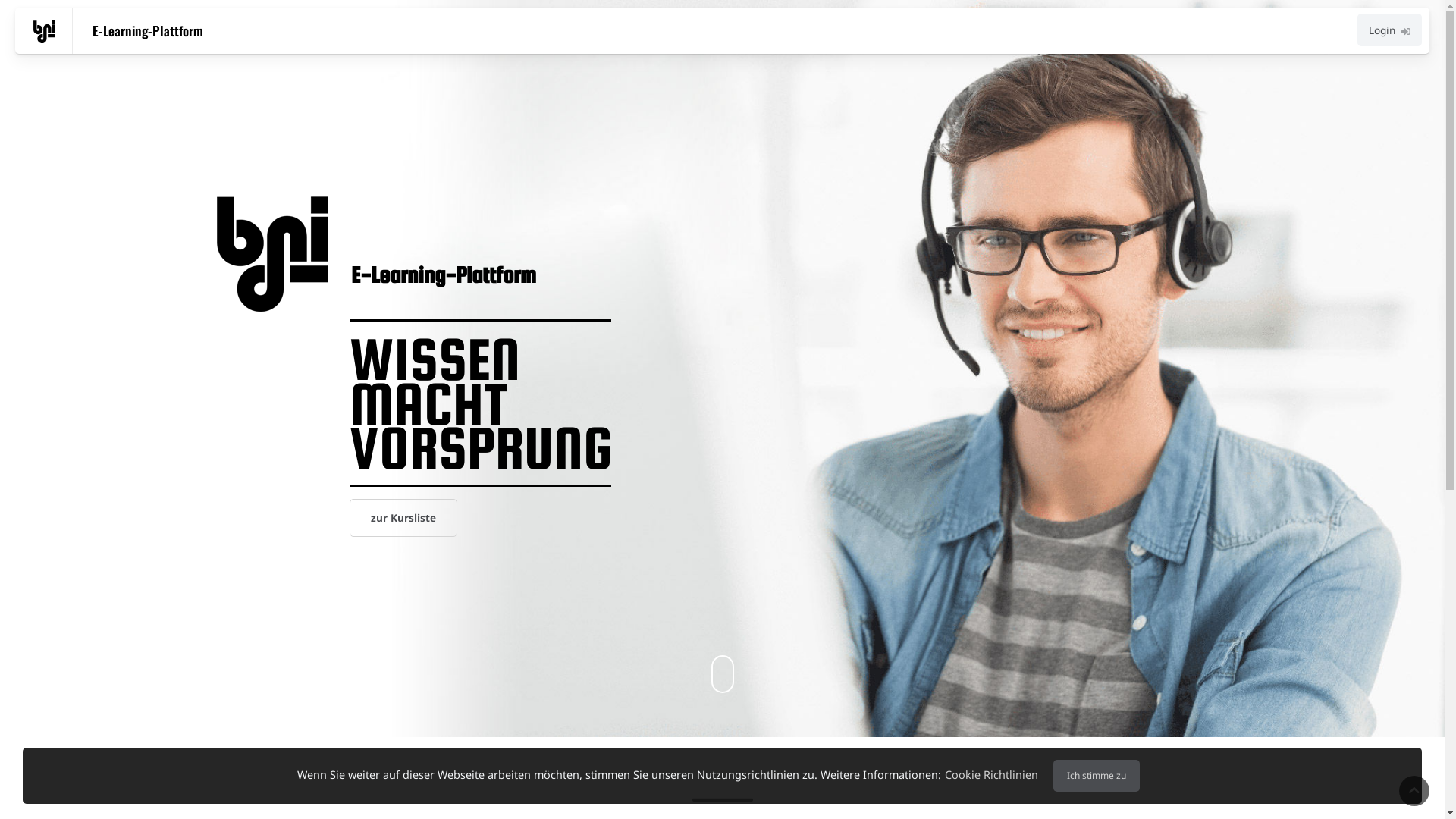 The width and height of the screenshot is (1456, 819). What do you see at coordinates (991, 774) in the screenshot?
I see `'Cookie Richtlinien'` at bounding box center [991, 774].